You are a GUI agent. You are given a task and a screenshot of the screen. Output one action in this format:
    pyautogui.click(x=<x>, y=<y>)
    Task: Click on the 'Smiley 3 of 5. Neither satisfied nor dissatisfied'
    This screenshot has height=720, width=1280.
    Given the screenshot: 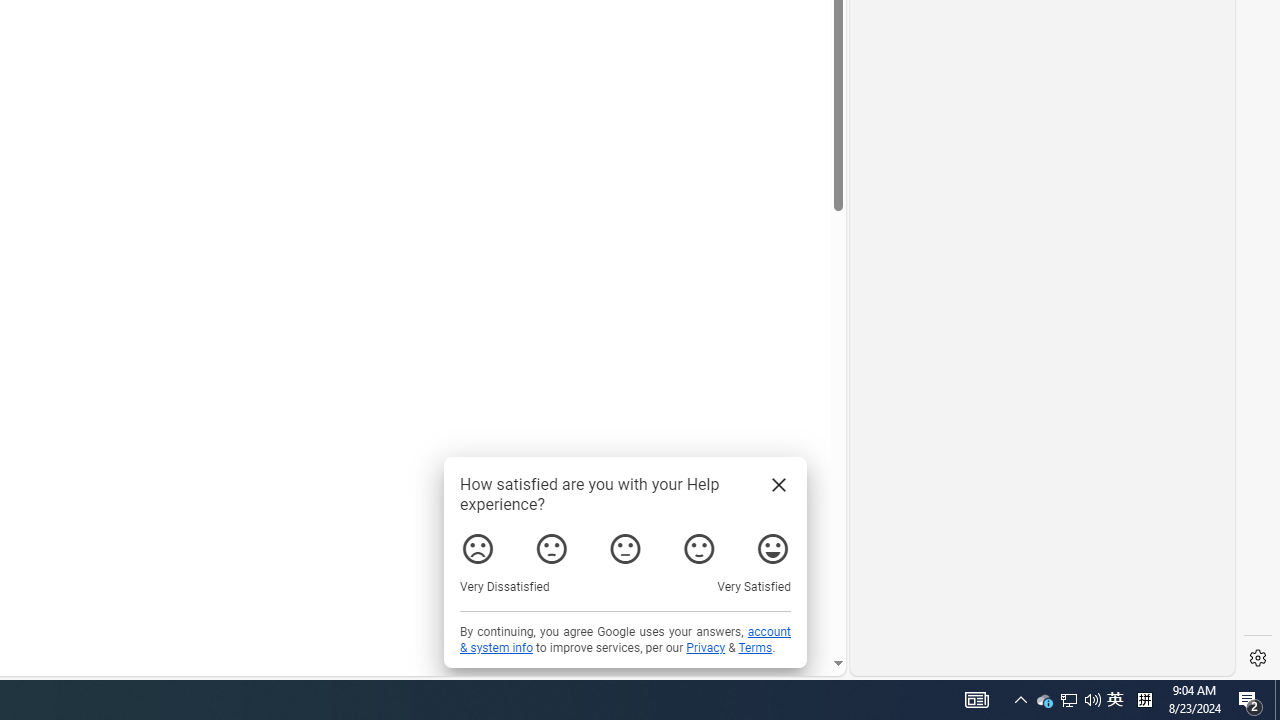 What is the action you would take?
    pyautogui.click(x=624, y=549)
    